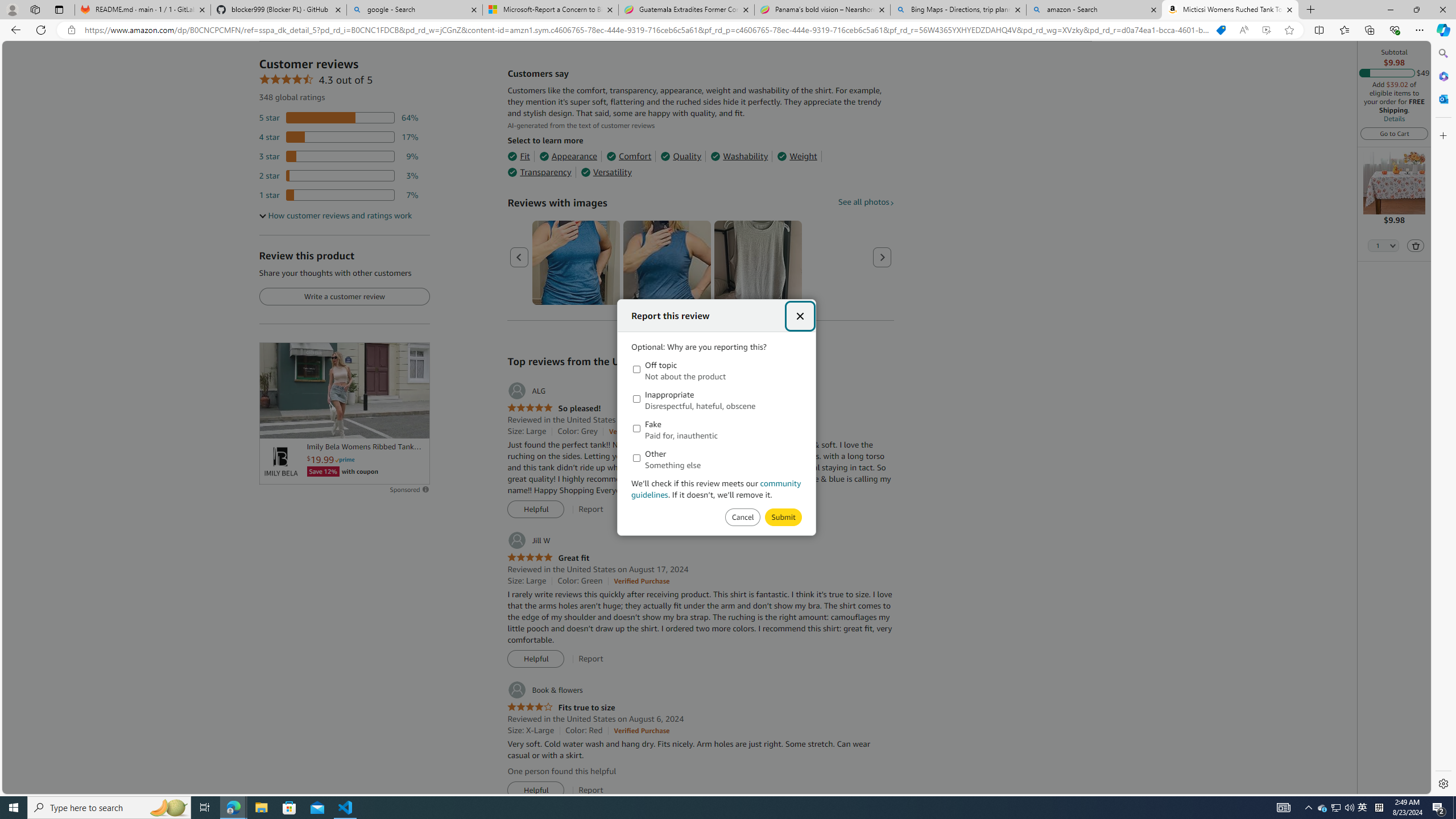 The image size is (1456, 819). What do you see at coordinates (590, 790) in the screenshot?
I see `'Report'` at bounding box center [590, 790].